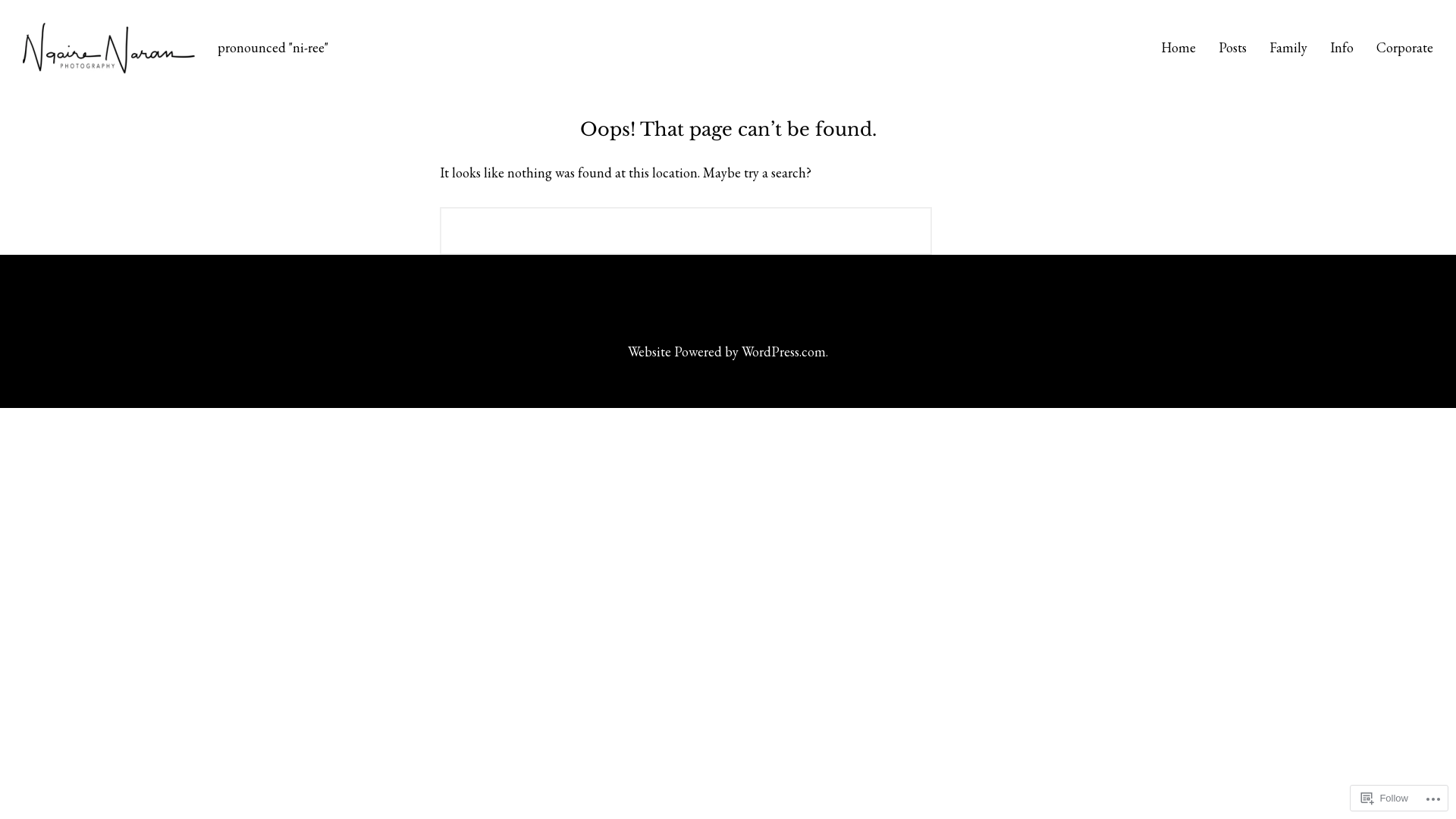 This screenshot has height=819, width=1456. What do you see at coordinates (1376, 47) in the screenshot?
I see `'Corporate'` at bounding box center [1376, 47].